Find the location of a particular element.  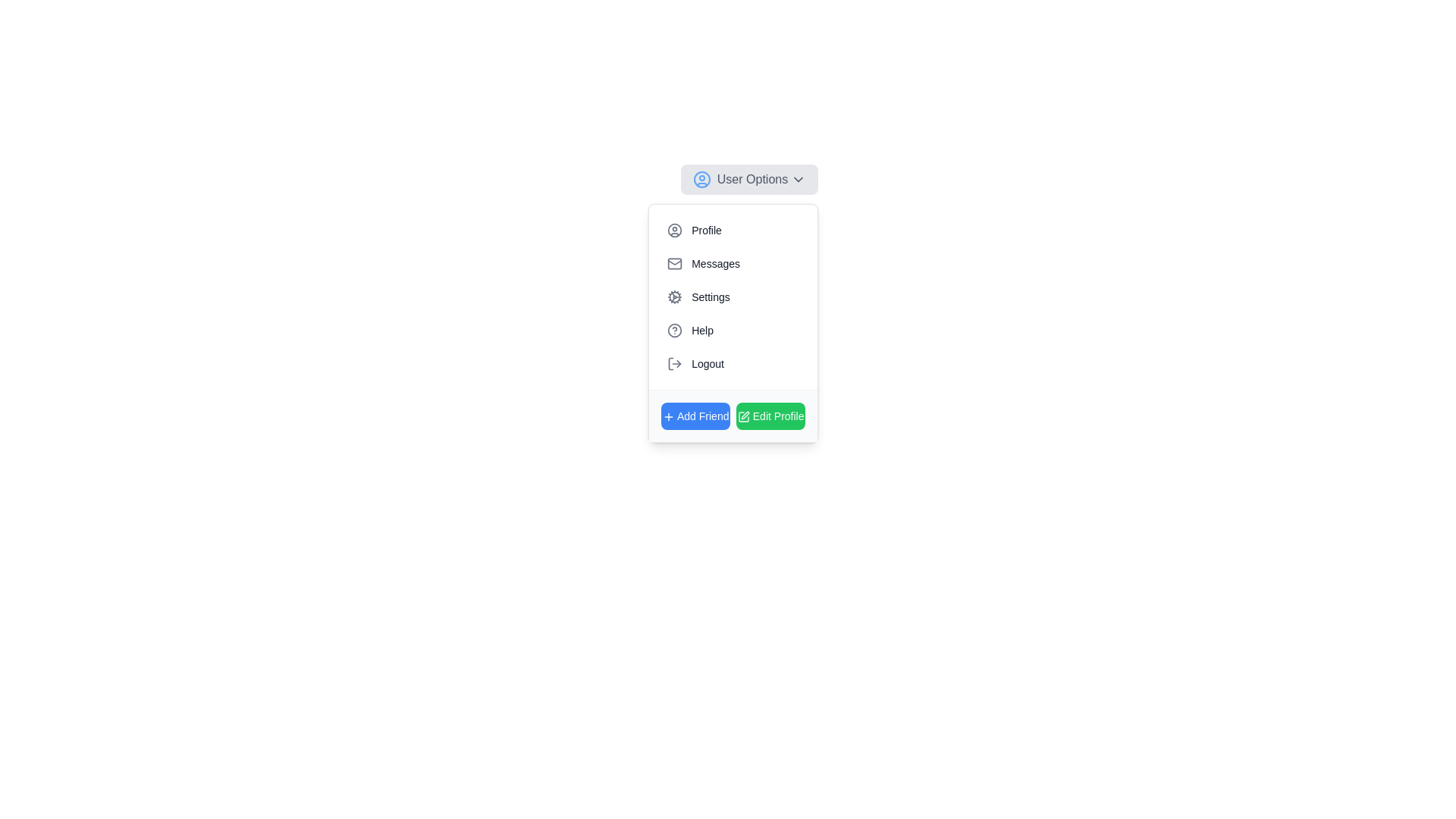

the 'Help' menu item, which is the fourth item in a vertical menu list located below 'Settings' and above 'Logout' is located at coordinates (733, 329).